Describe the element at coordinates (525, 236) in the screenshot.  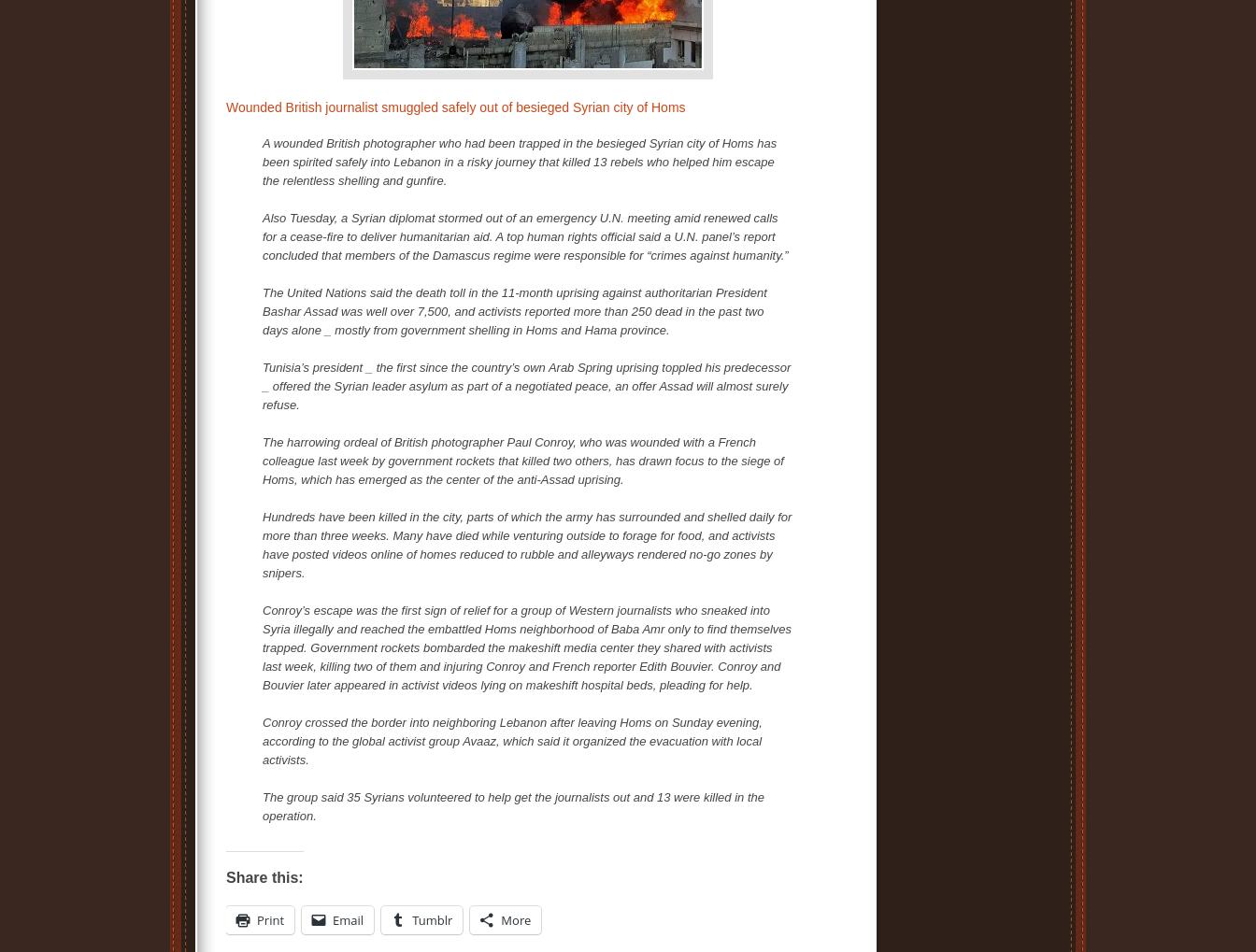
I see `'Also Tuesday, a Syrian diplomat stormed out of an emergency U.N. meeting amid renewed calls for a cease-fire to deliver humanitarian aid. A top human rights official said a U.N. panel’s report concluded that members of the Damascus regime were responsible for “crimes against humanity.”'` at that location.